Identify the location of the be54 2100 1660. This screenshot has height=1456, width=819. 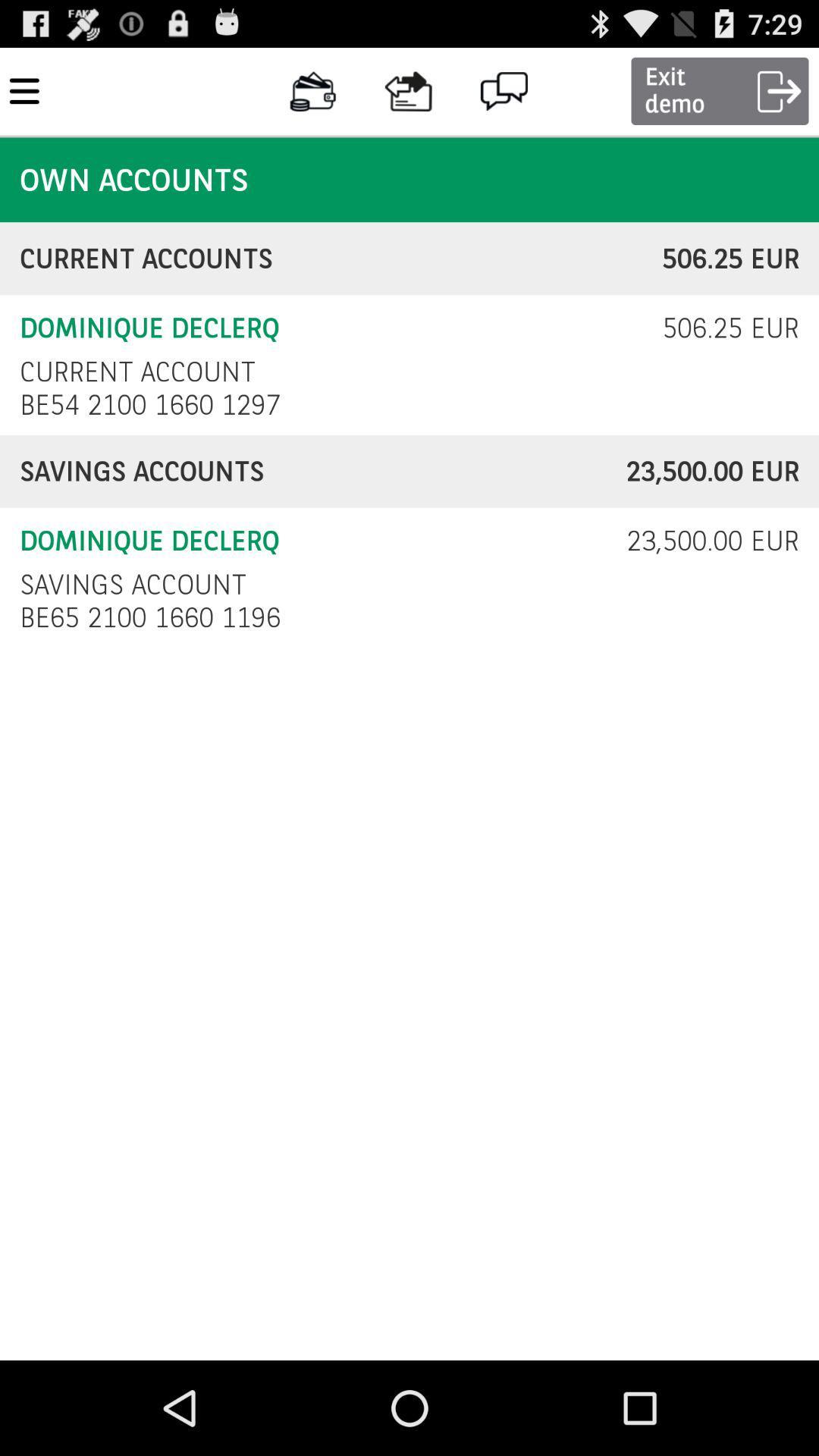
(154, 404).